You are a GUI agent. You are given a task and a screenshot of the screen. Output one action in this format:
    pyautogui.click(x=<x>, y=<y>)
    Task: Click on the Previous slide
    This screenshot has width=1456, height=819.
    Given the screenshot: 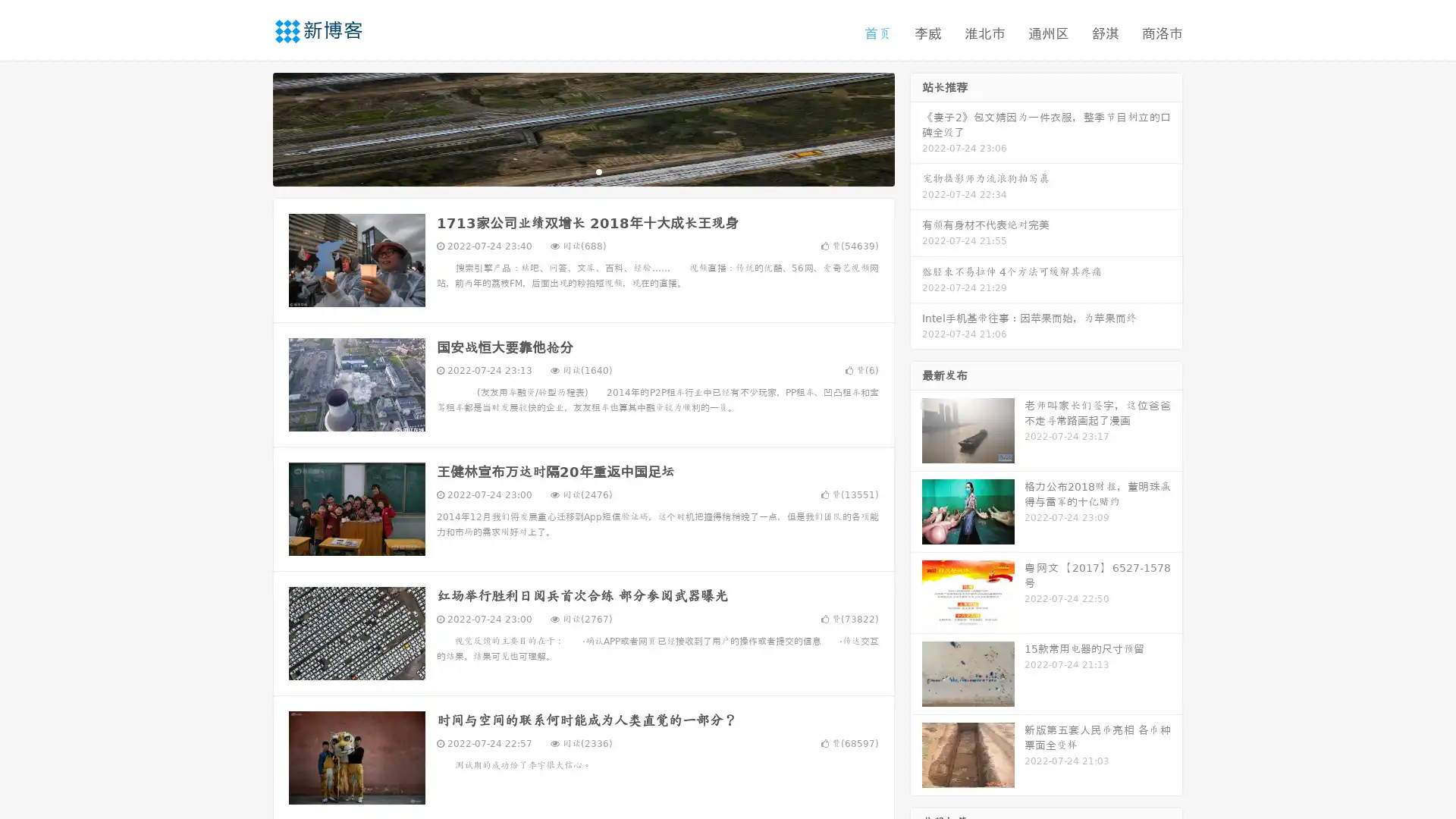 What is the action you would take?
    pyautogui.click(x=250, y=127)
    